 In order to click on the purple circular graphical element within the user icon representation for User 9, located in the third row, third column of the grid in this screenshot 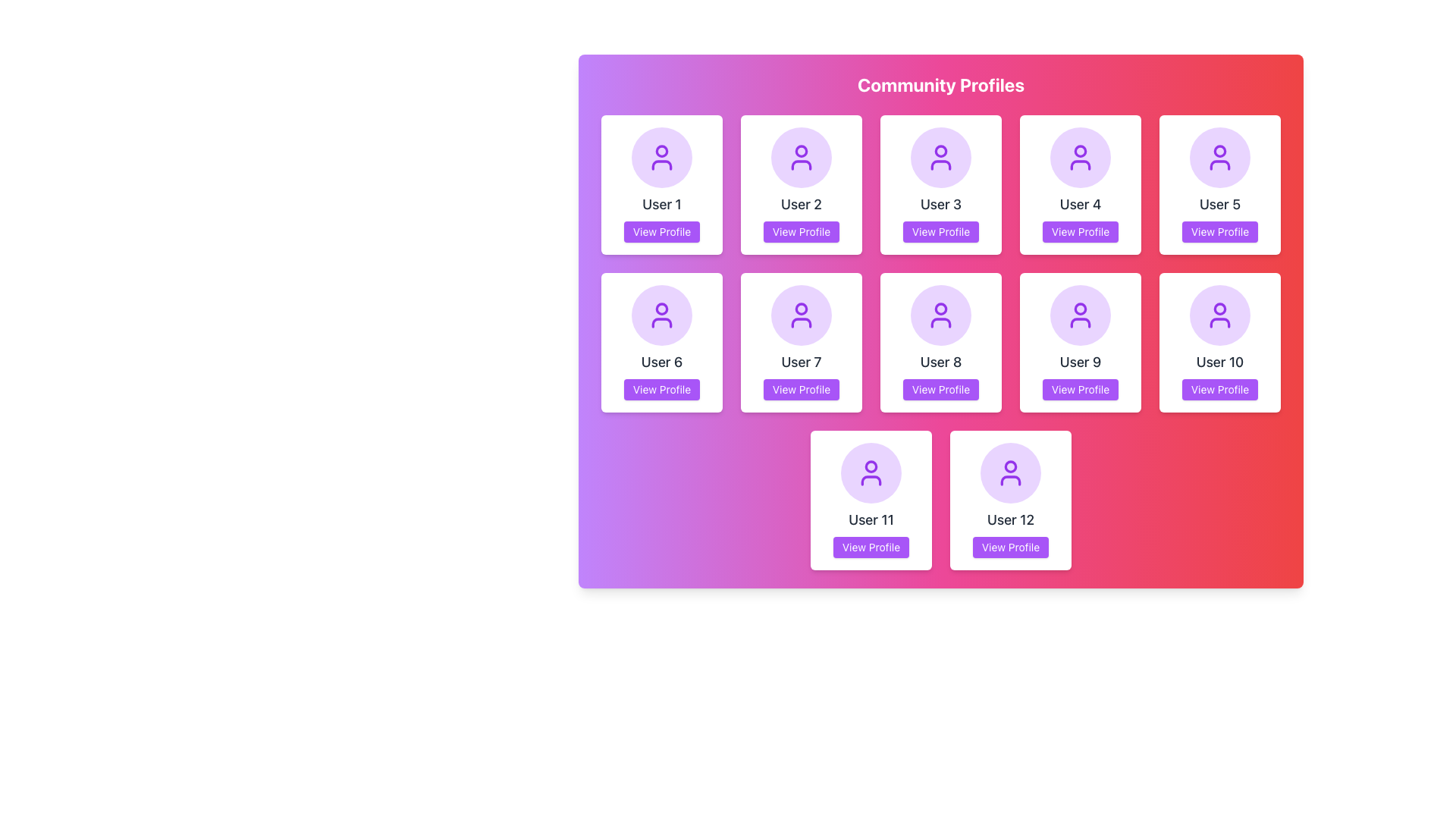, I will do `click(1080, 308)`.